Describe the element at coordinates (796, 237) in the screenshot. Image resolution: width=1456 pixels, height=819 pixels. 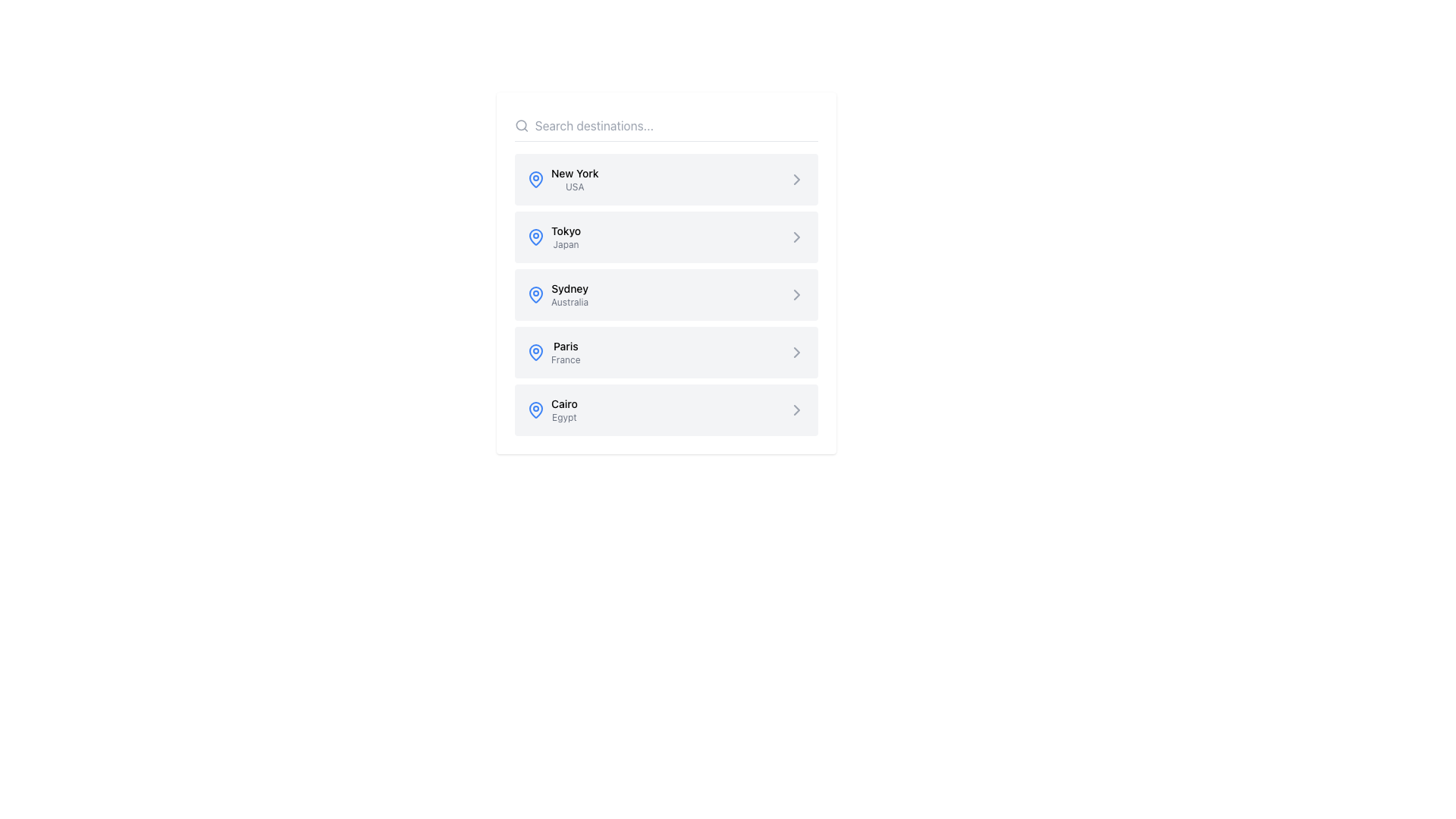
I see `the chevron icon located at the right end of the 'Tokyo - Japan' list item` at that location.